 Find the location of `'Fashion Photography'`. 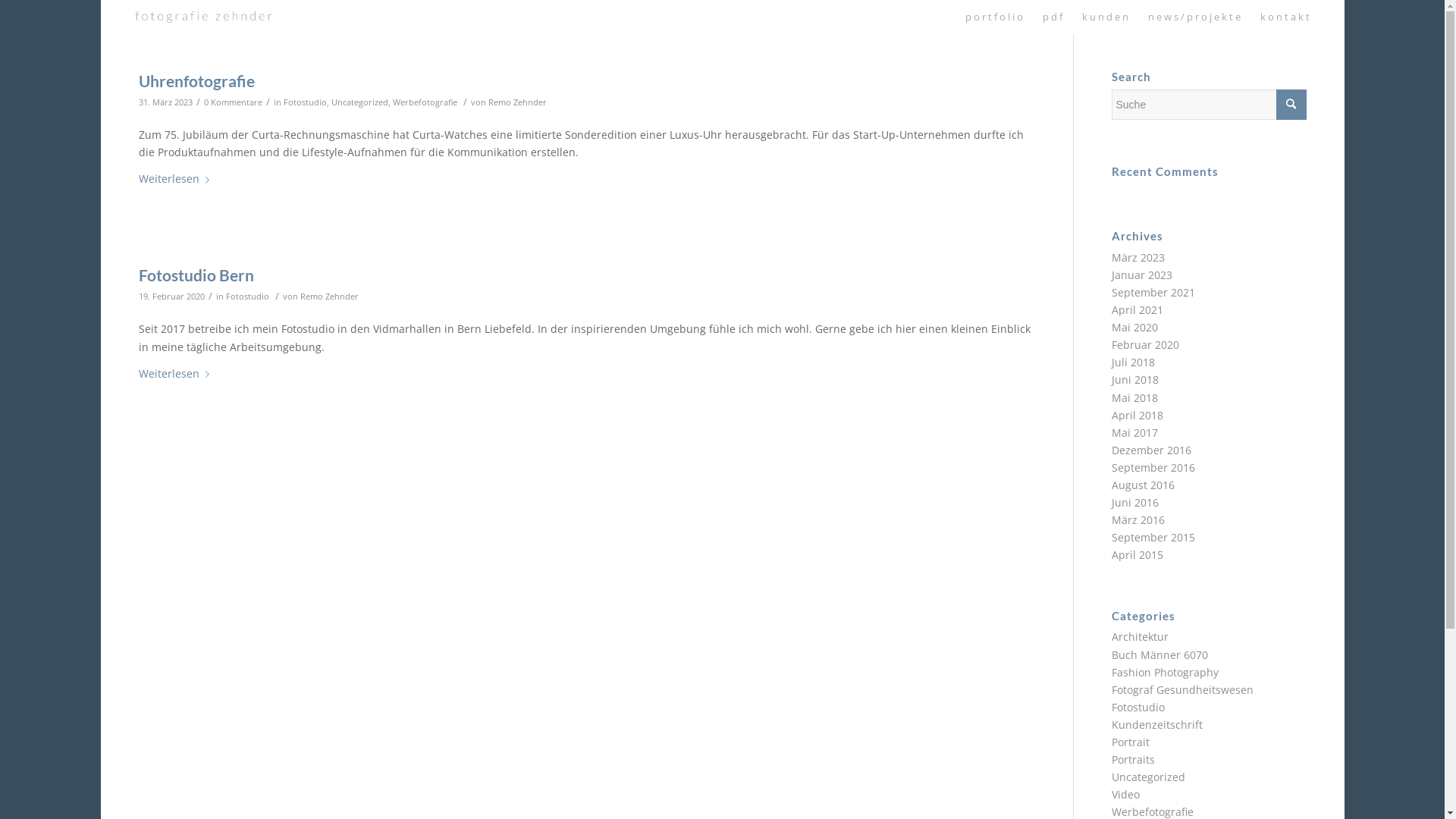

'Fashion Photography' is located at coordinates (1164, 671).